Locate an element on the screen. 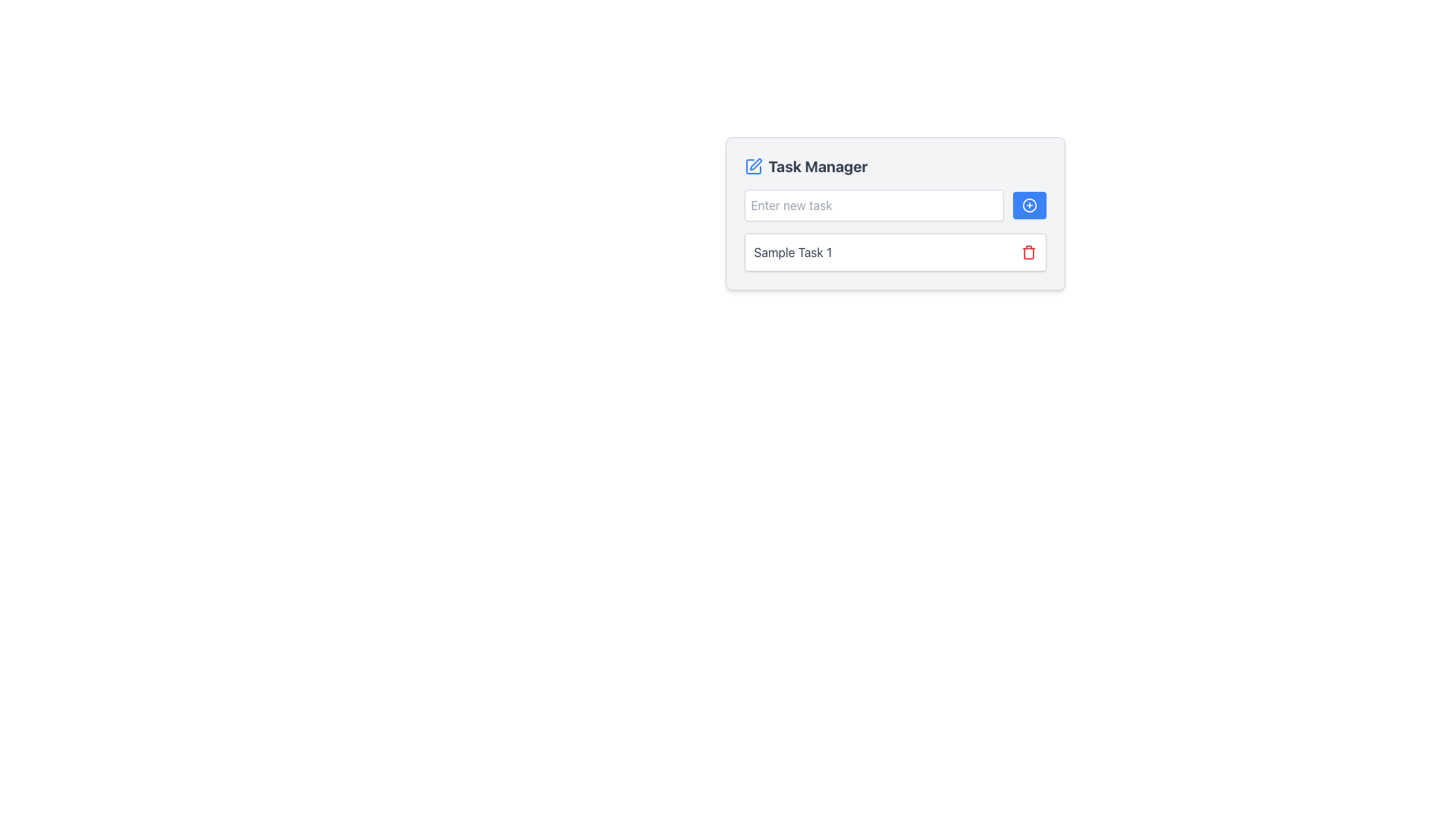  the edit or customization icon located at the top-left of the 'Task Manager' section, adjacent to the title text is located at coordinates (753, 166).